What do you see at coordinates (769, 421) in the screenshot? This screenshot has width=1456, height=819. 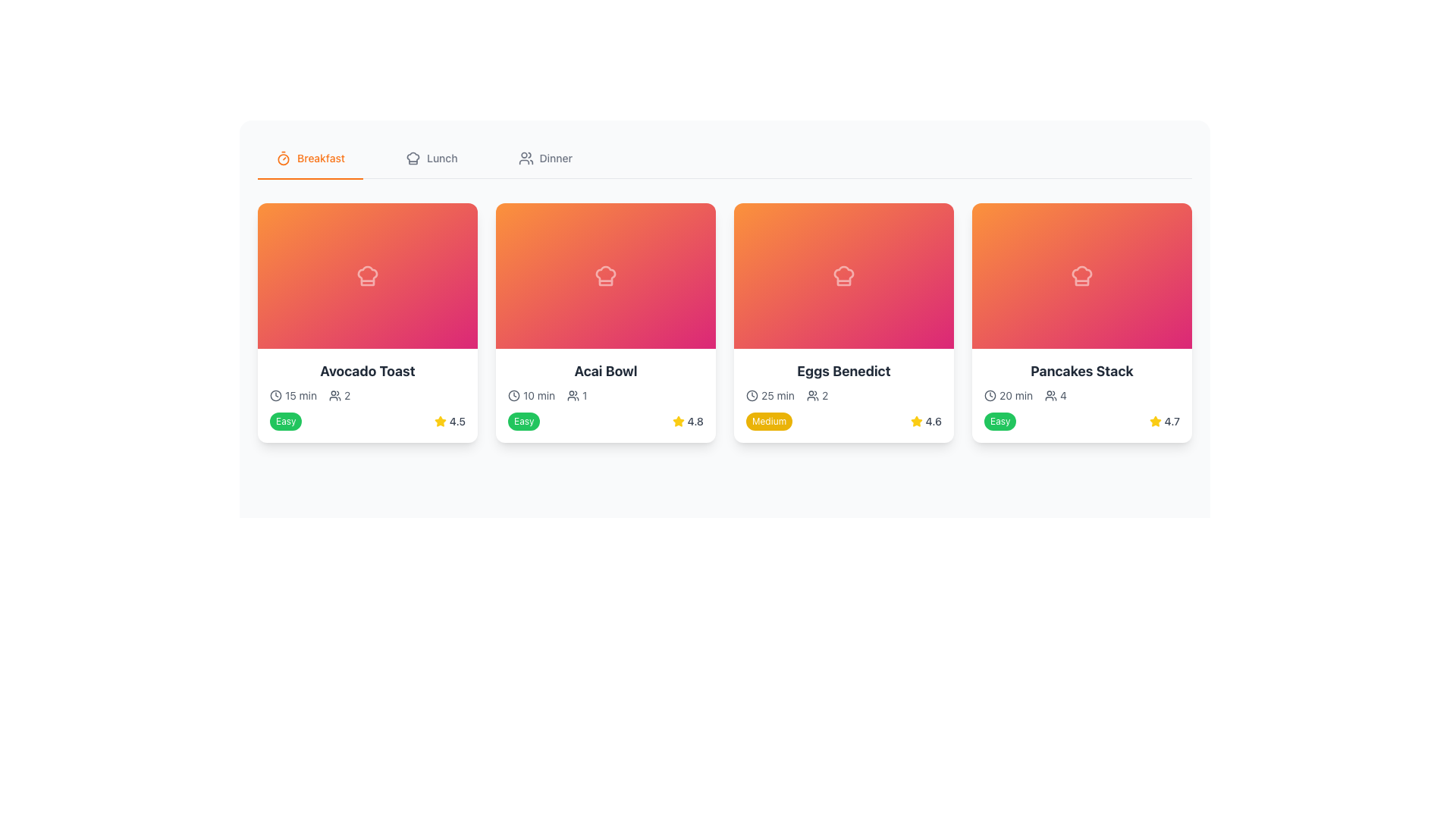 I see `the small yellow rounded rectangle label containing the white text 'Medium', located within the 'Eggs Benedict' card, positioned towards the bottom-left below the time and servings information` at bounding box center [769, 421].